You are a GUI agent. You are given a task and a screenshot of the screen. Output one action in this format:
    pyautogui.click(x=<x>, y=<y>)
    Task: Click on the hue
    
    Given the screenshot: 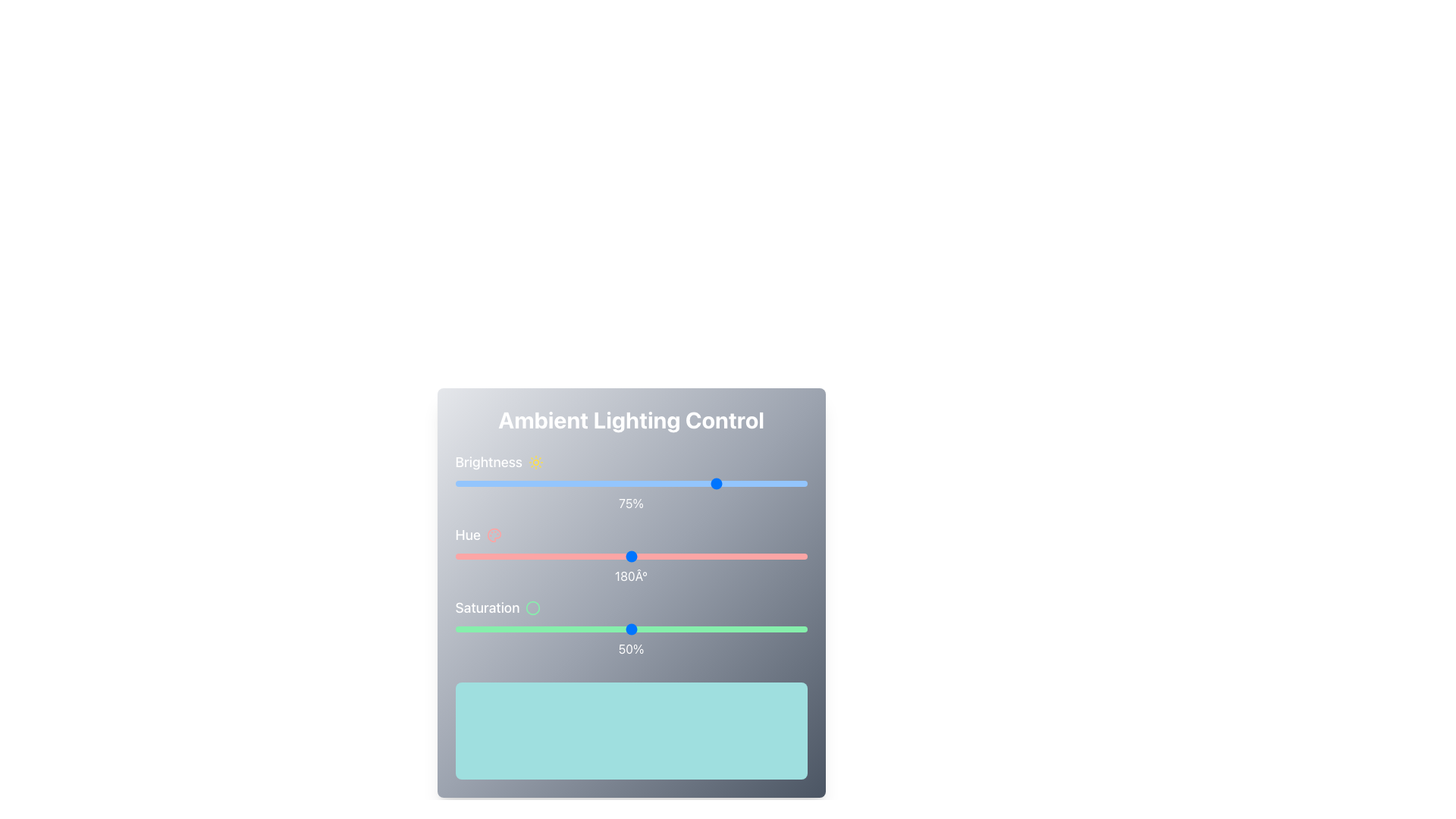 What is the action you would take?
    pyautogui.click(x=588, y=556)
    